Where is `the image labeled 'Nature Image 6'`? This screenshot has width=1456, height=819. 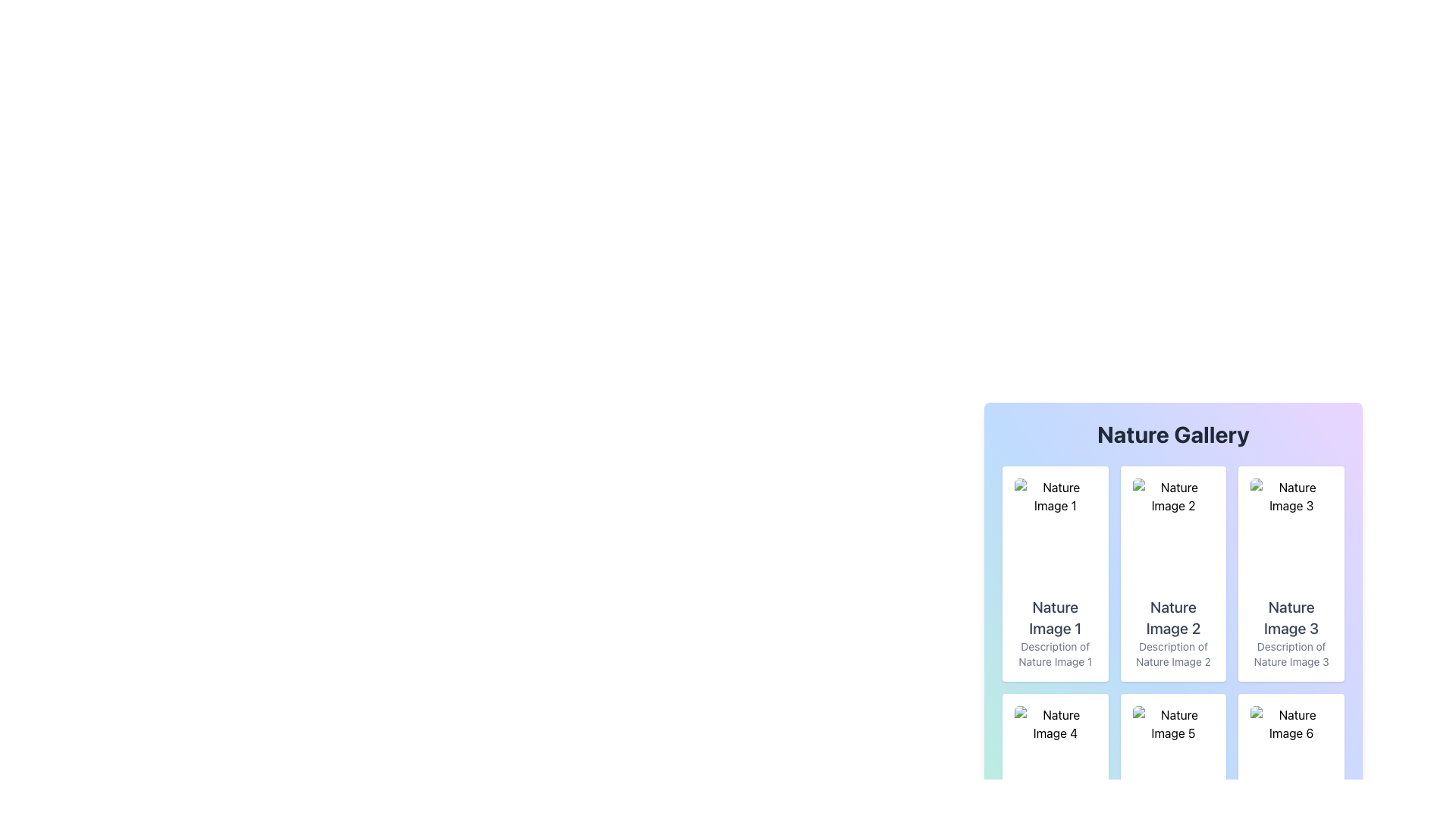
the image labeled 'Nature Image 6' is located at coordinates (1291, 760).